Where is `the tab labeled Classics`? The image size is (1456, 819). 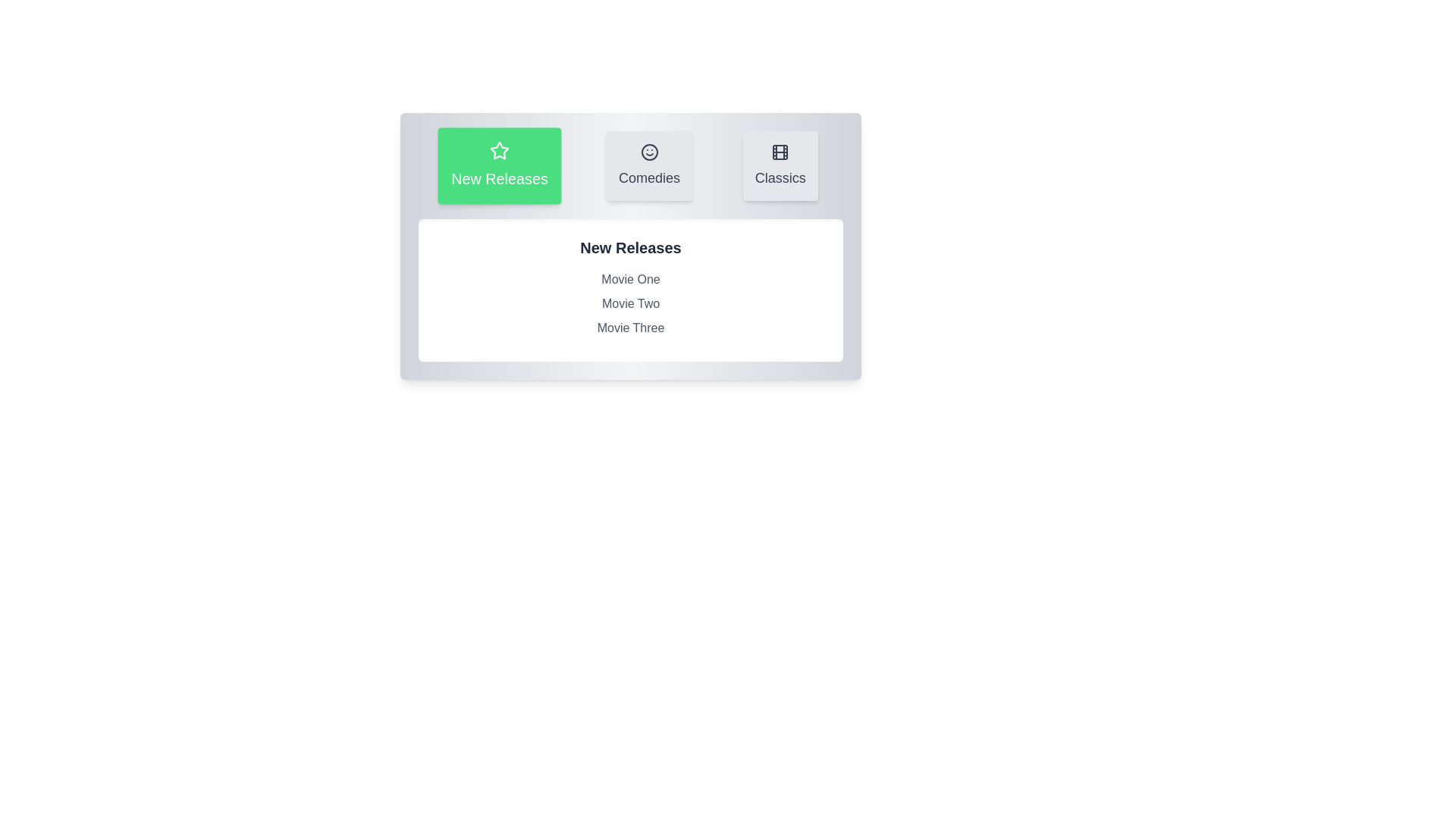
the tab labeled Classics is located at coordinates (780, 166).